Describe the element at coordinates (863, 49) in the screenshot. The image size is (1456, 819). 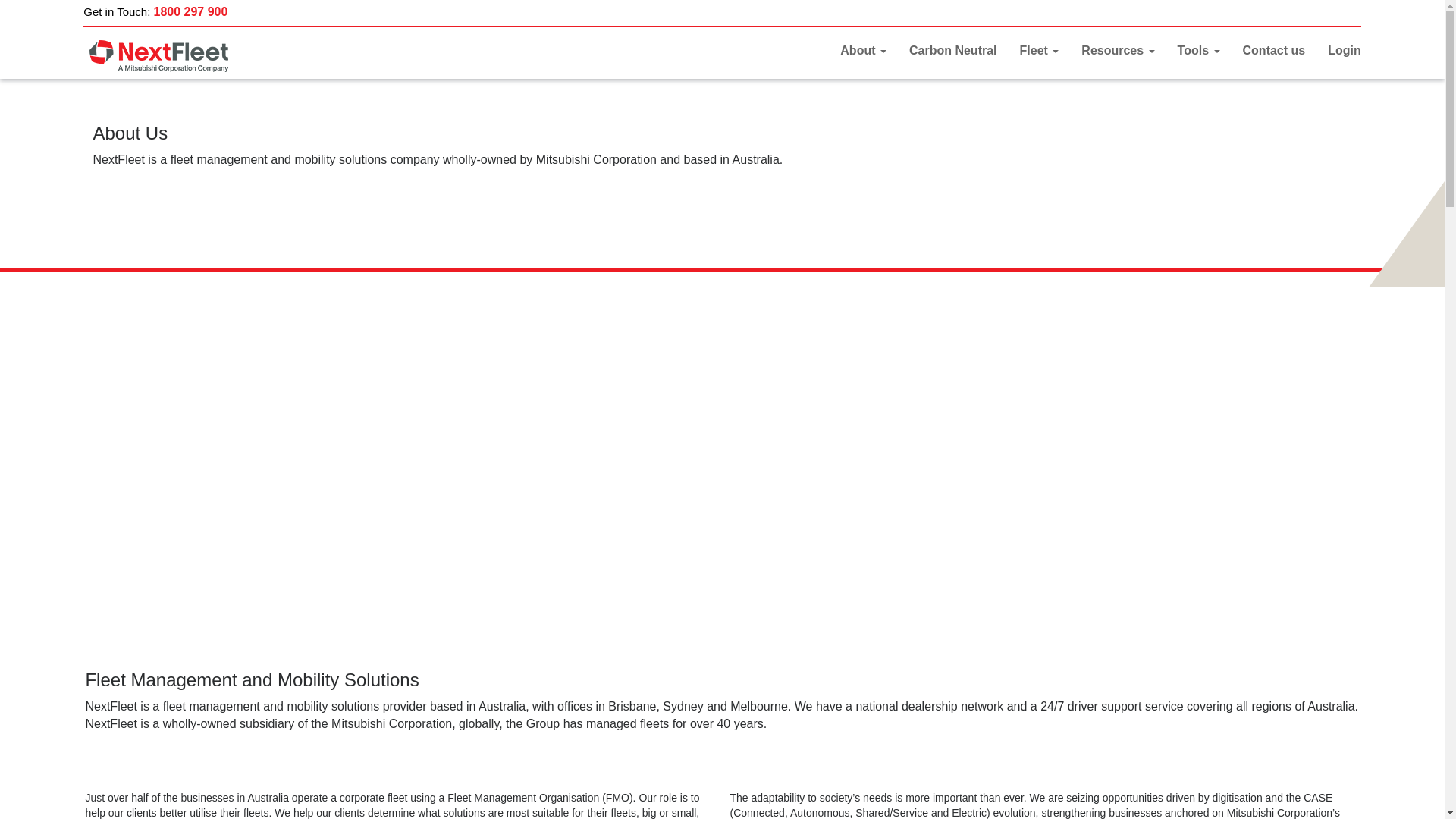
I see `'About'` at that location.